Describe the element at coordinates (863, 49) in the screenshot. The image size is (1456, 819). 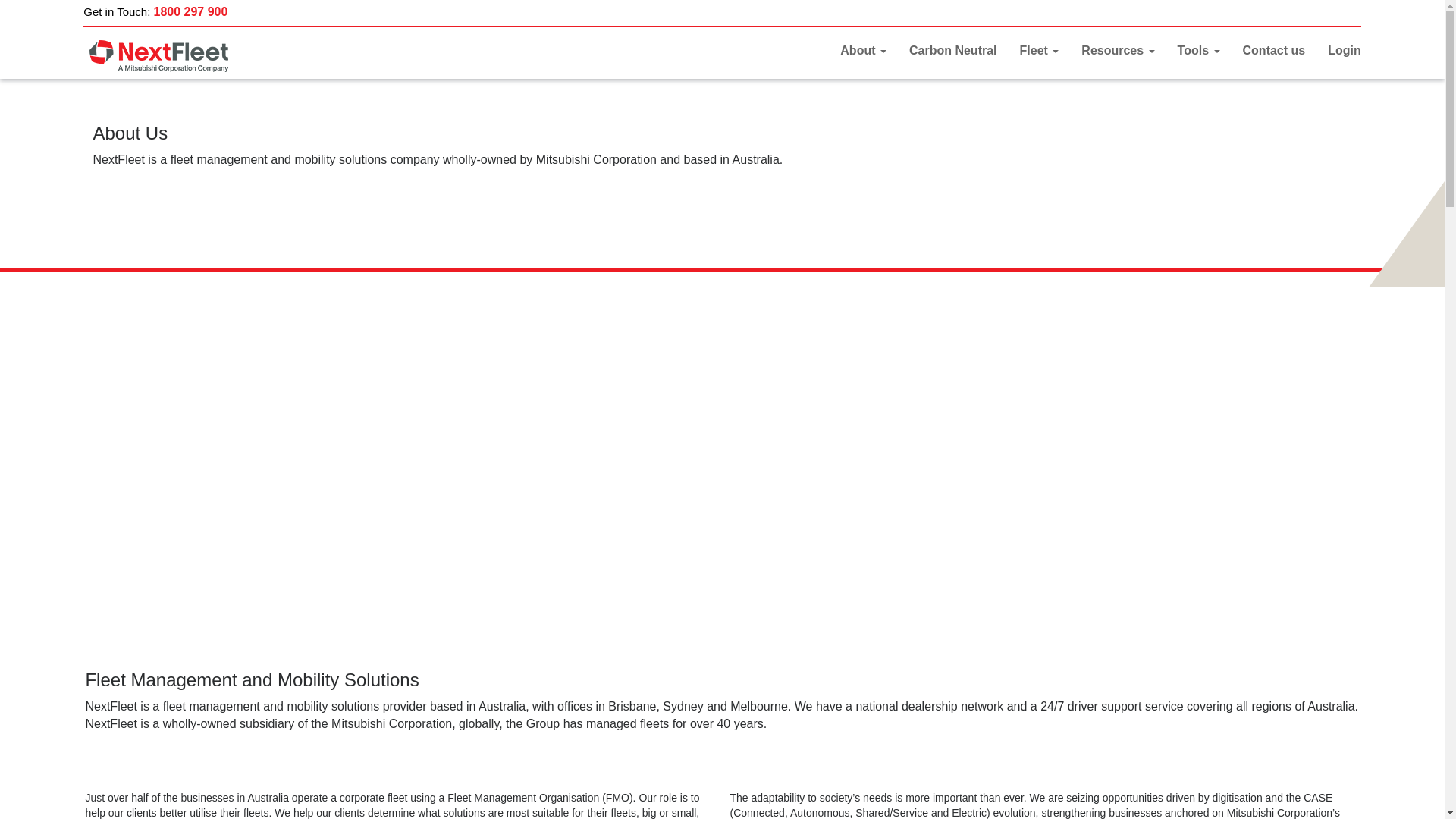
I see `'About'` at that location.